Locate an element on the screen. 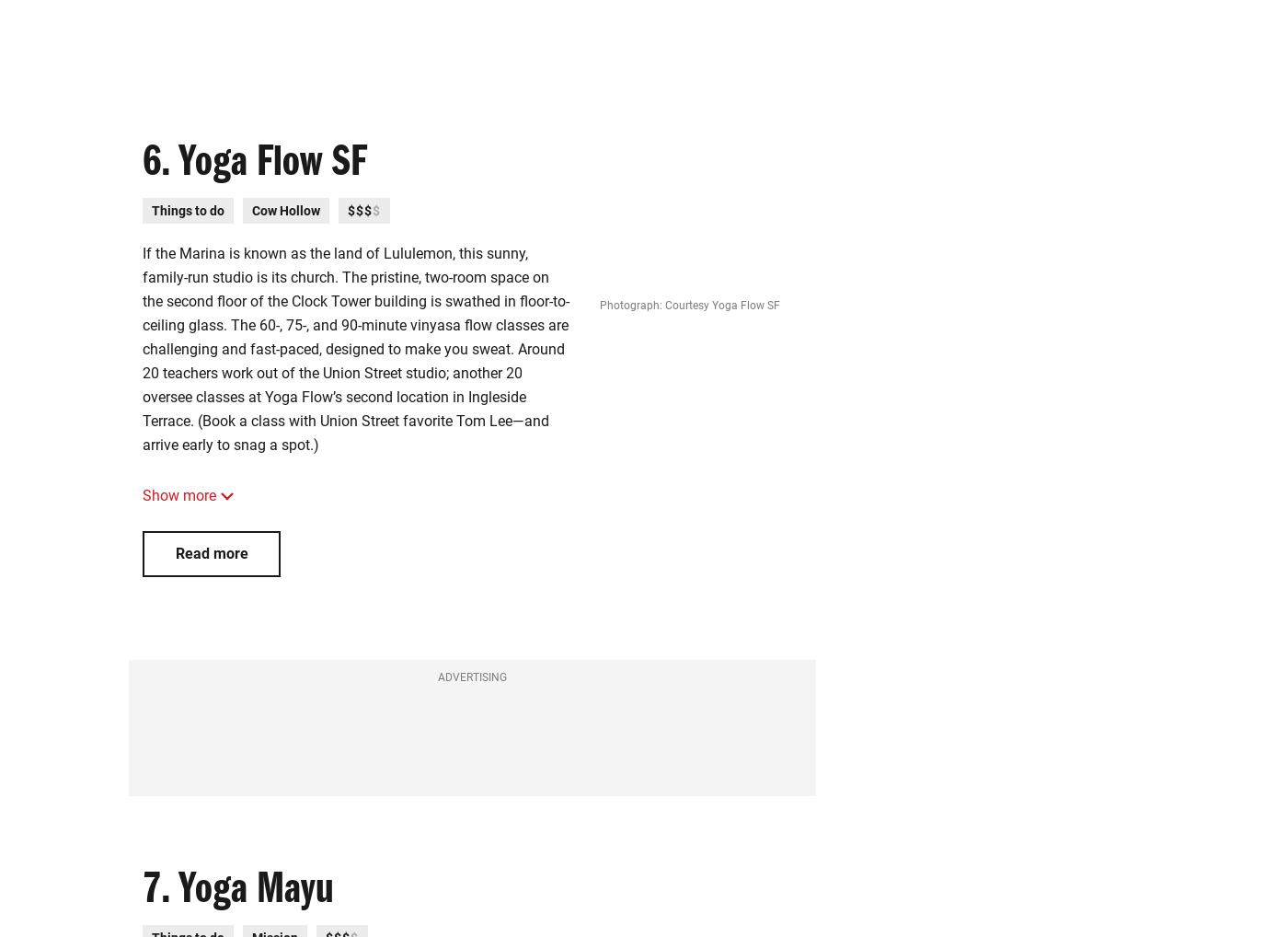  'Things to do' is located at coordinates (188, 209).